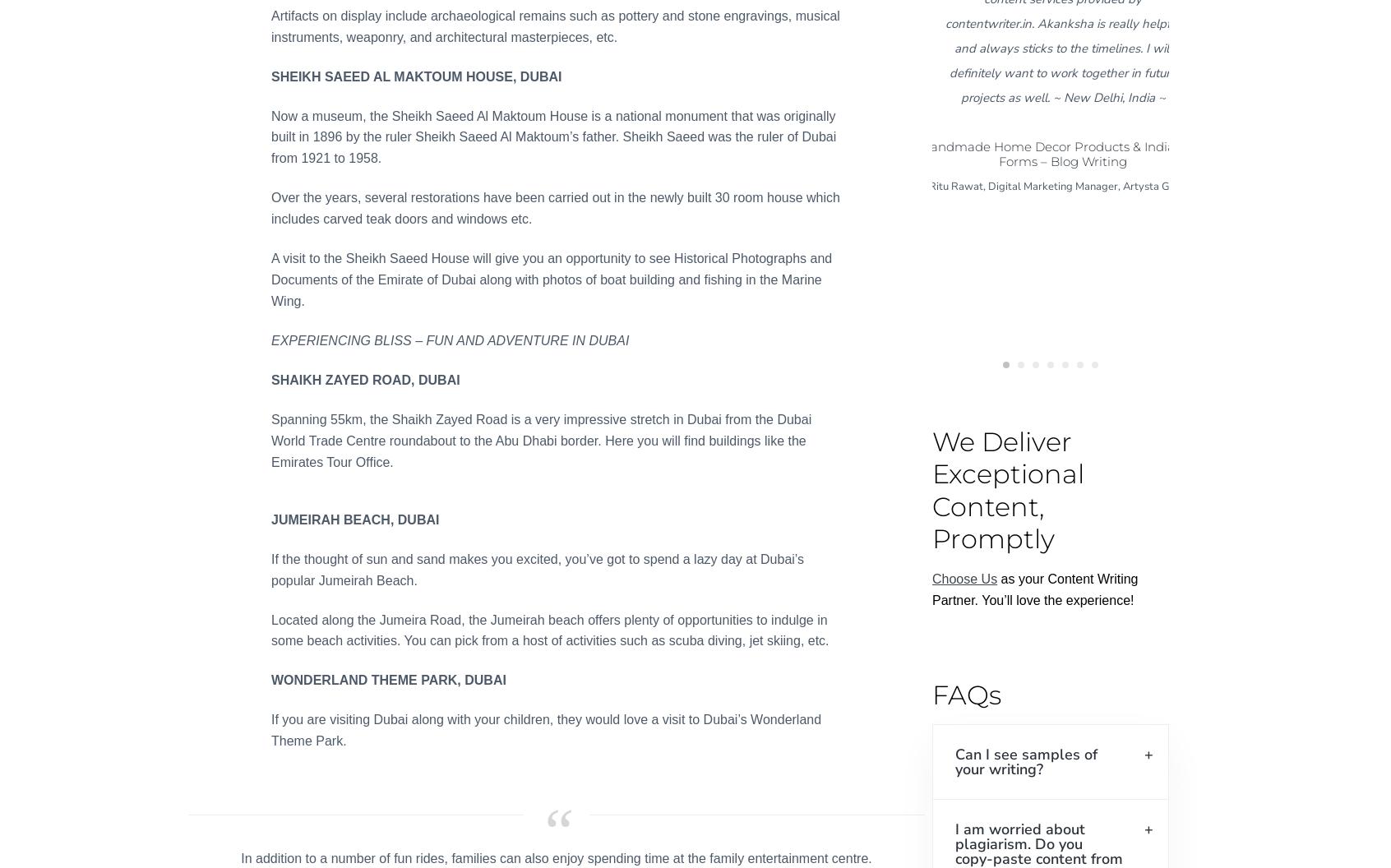  Describe the element at coordinates (931, 489) in the screenshot. I see `'We Deliver Exceptional Content, Promptly'` at that location.